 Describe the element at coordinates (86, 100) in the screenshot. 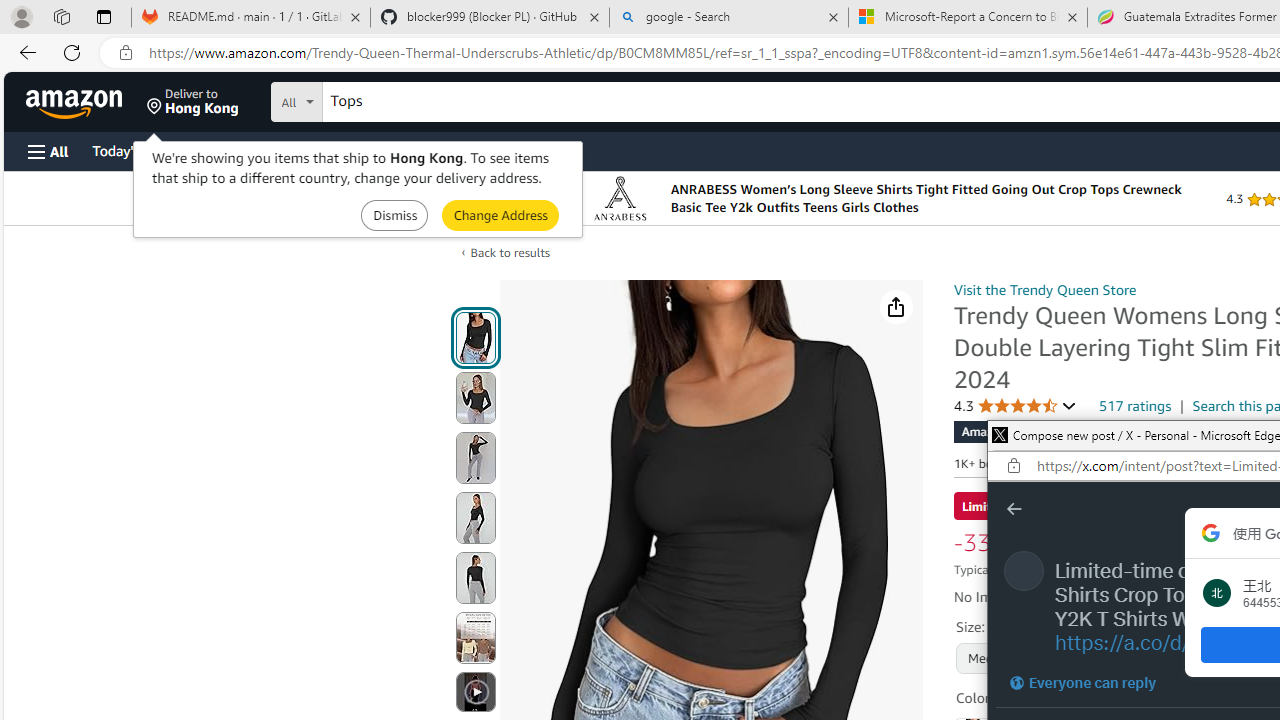

I see `'Skip to main content'` at that location.